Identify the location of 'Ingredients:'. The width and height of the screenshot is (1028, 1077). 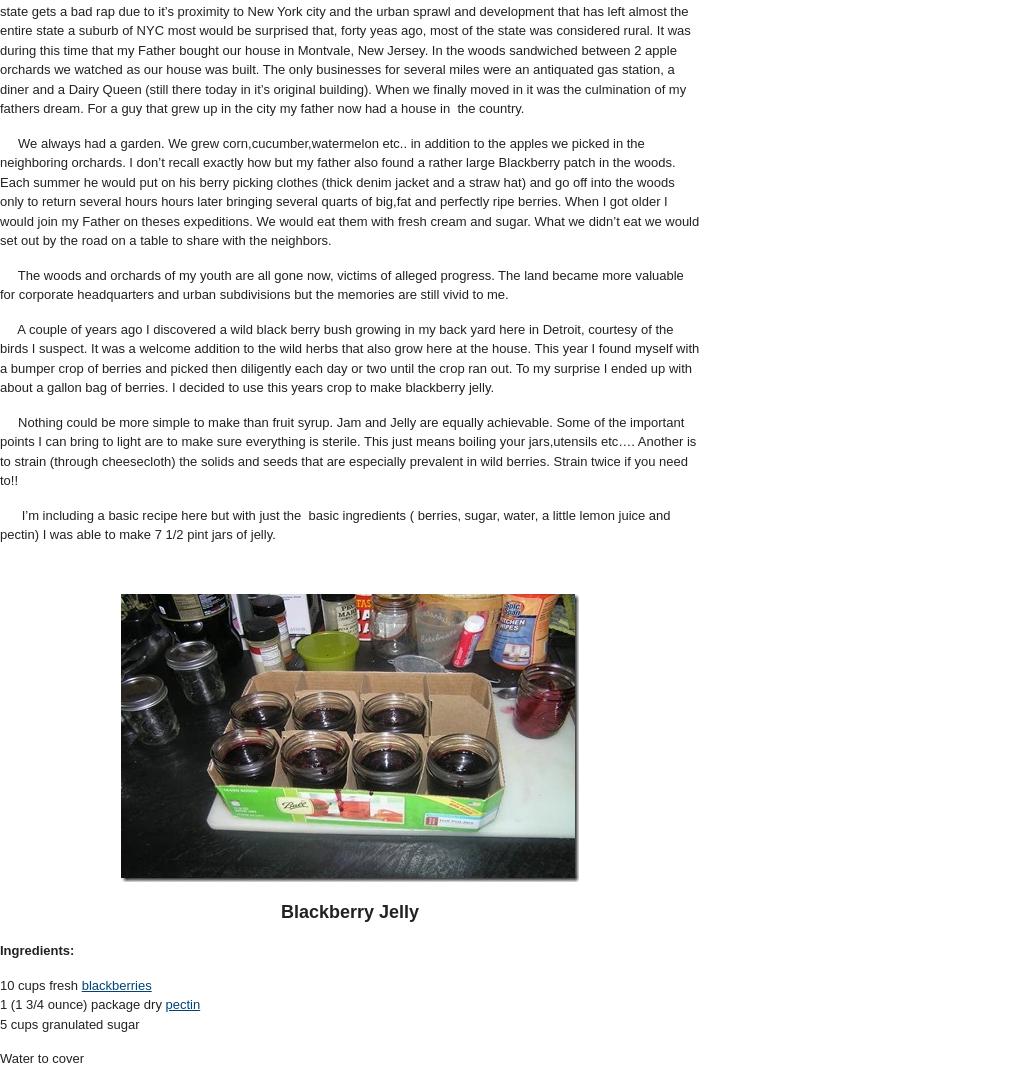
(37, 949).